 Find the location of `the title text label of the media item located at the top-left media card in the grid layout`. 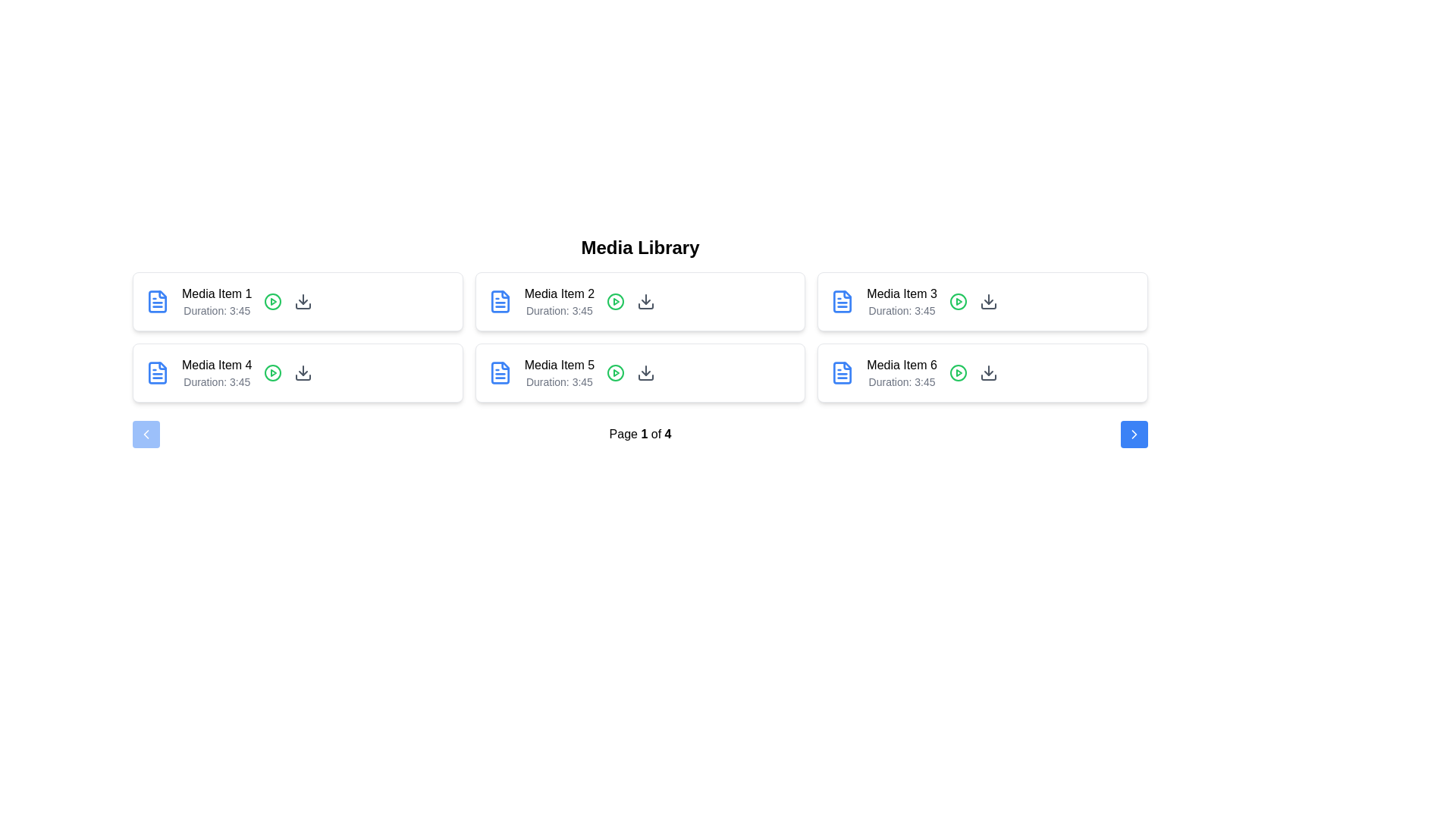

the title text label of the media item located at the top-left media card in the grid layout is located at coordinates (216, 294).